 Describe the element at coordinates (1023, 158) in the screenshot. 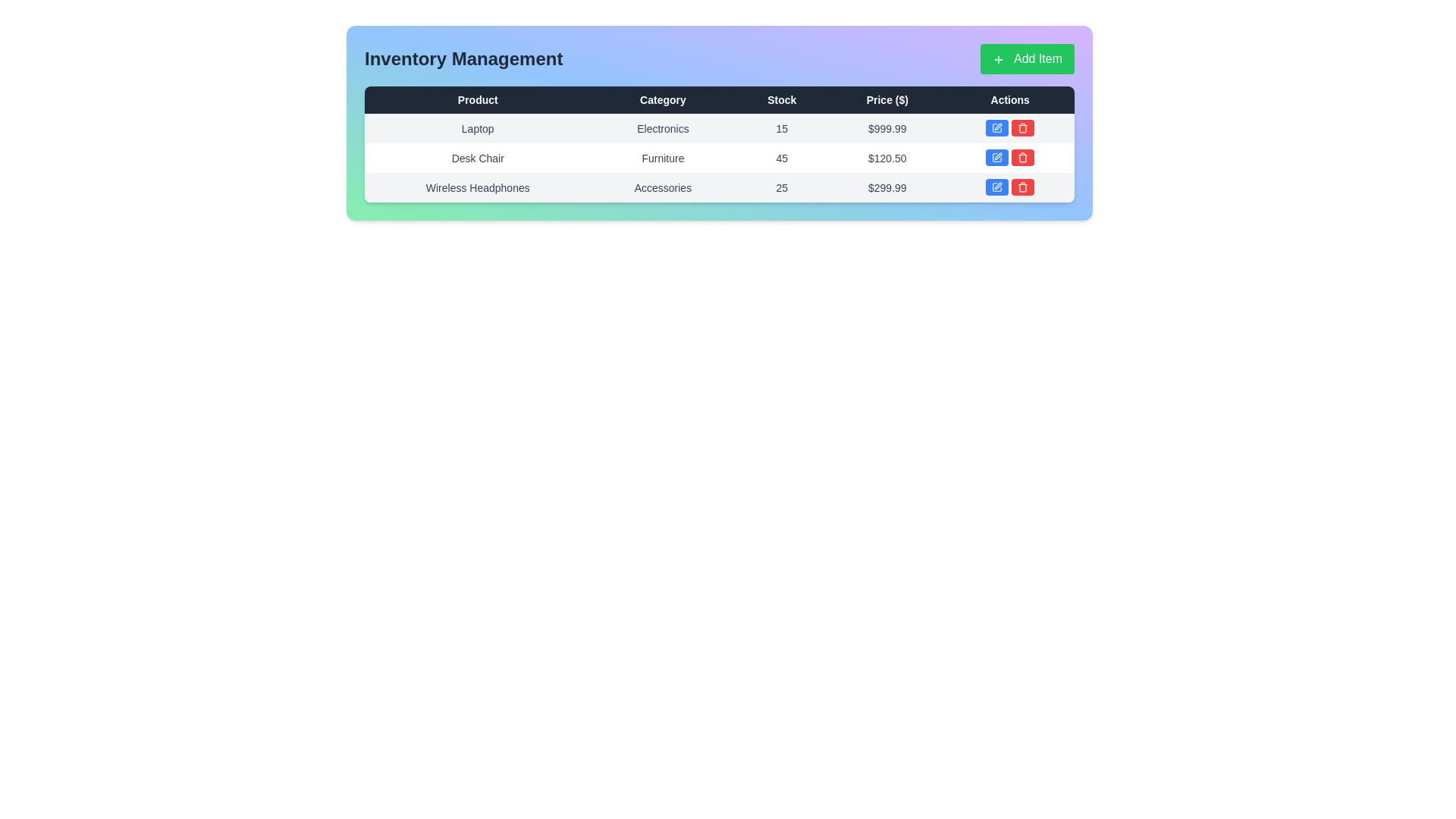

I see `the delete button with a red background and a trash can icon, located in the Actions column of the table's second row` at that location.